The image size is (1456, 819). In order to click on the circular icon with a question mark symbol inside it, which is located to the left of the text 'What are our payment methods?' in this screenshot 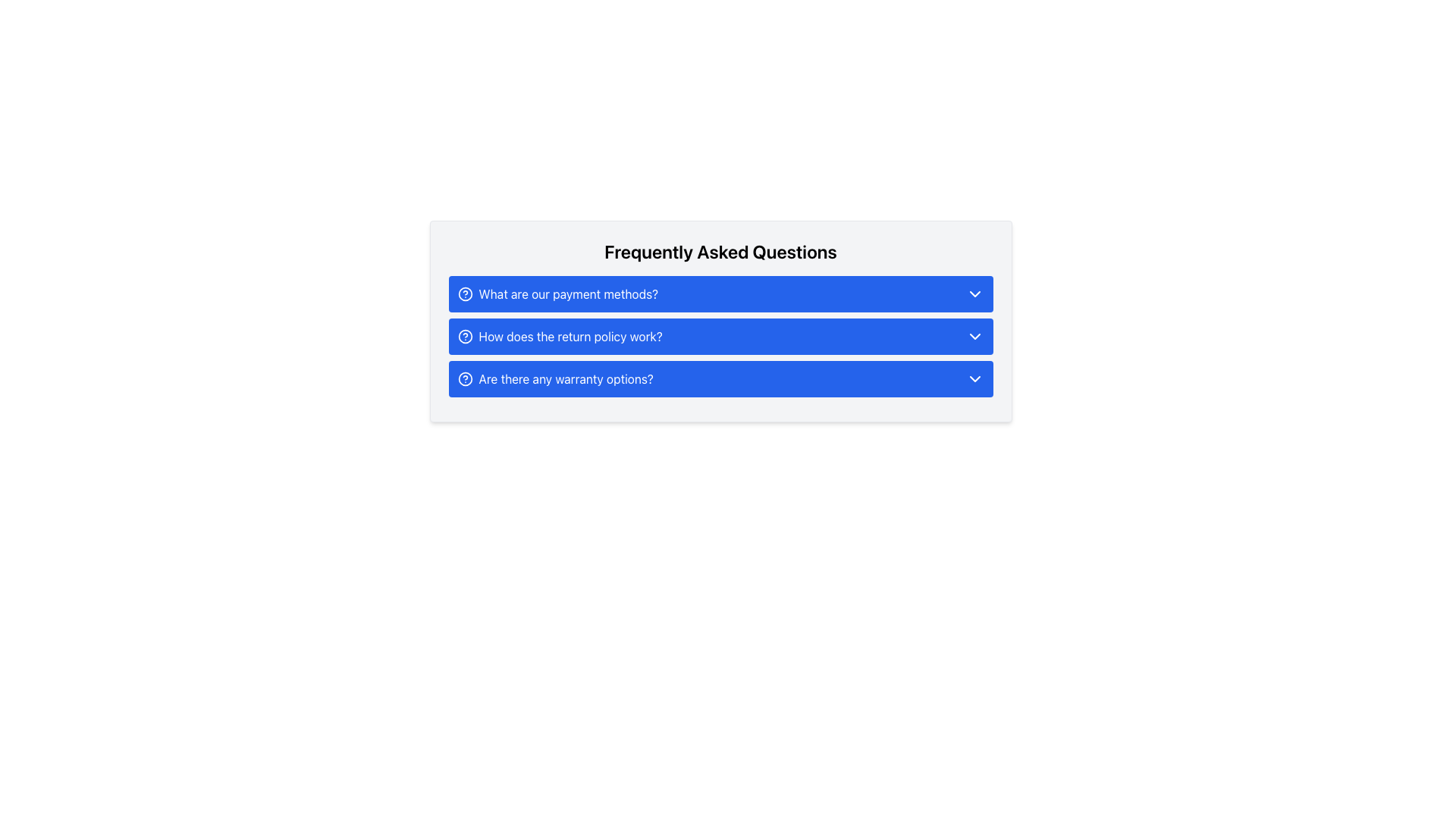, I will do `click(464, 294)`.